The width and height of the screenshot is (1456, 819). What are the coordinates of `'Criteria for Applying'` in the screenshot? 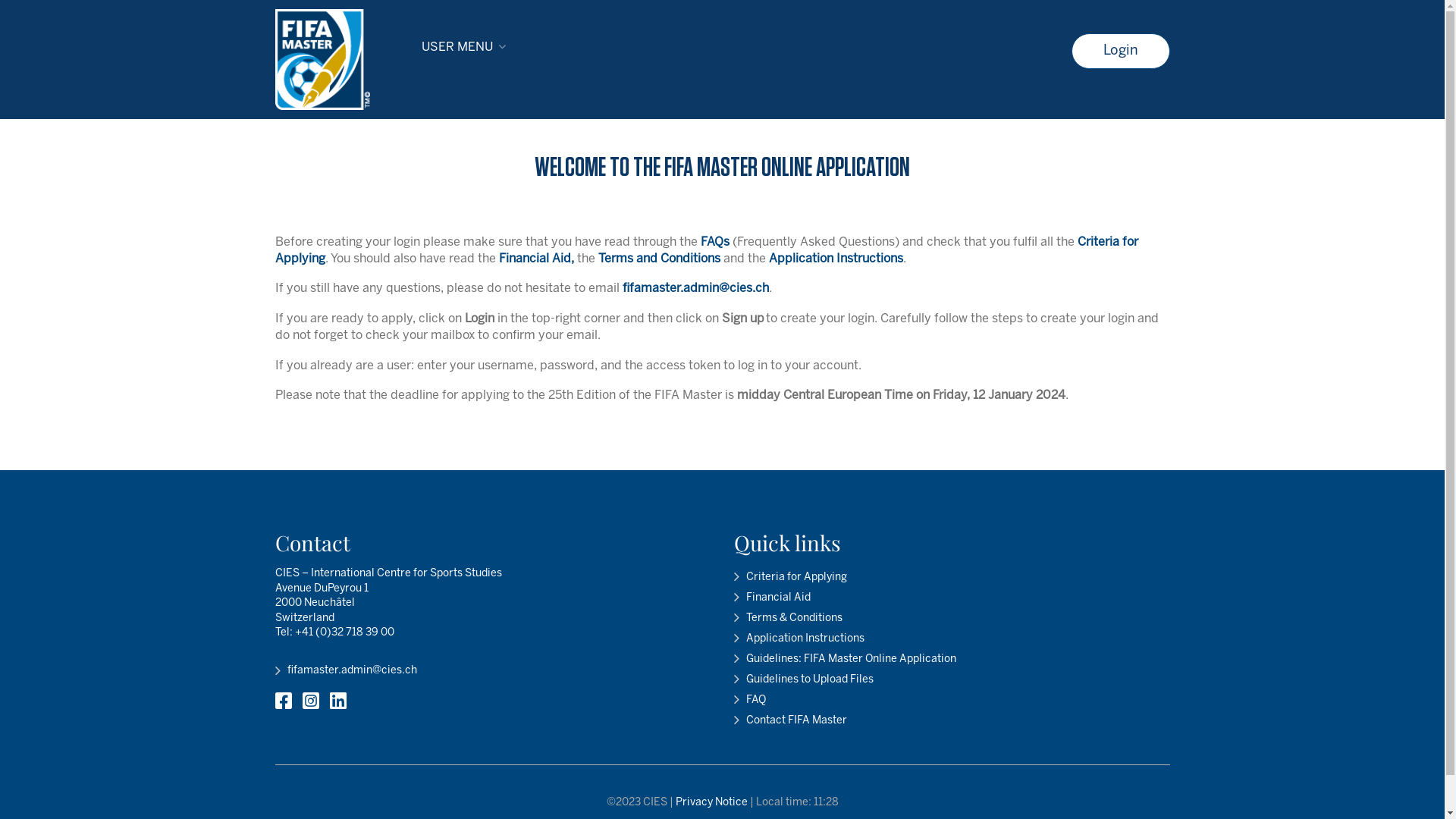 It's located at (789, 579).